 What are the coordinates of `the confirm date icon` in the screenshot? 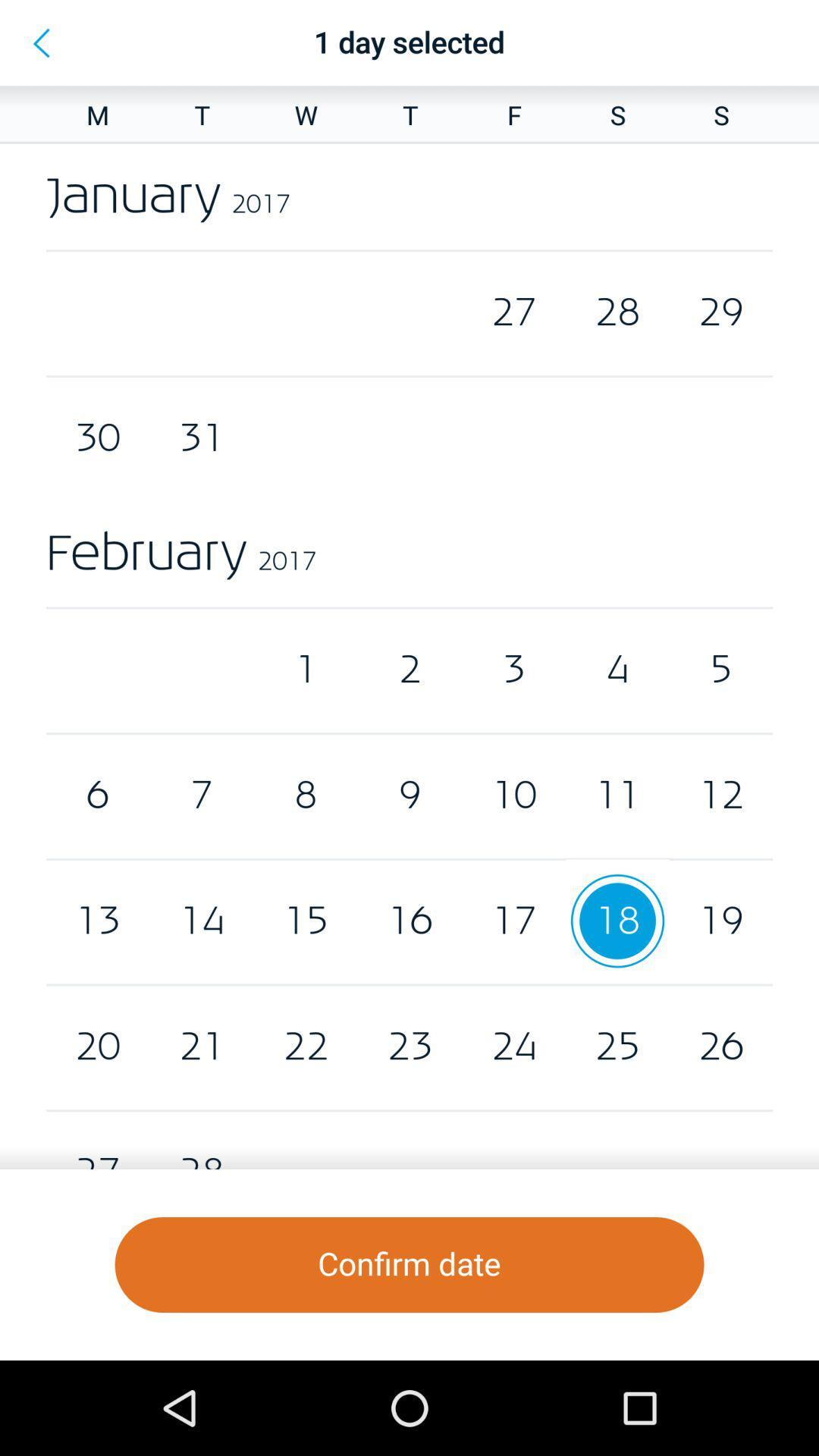 It's located at (409, 1265).